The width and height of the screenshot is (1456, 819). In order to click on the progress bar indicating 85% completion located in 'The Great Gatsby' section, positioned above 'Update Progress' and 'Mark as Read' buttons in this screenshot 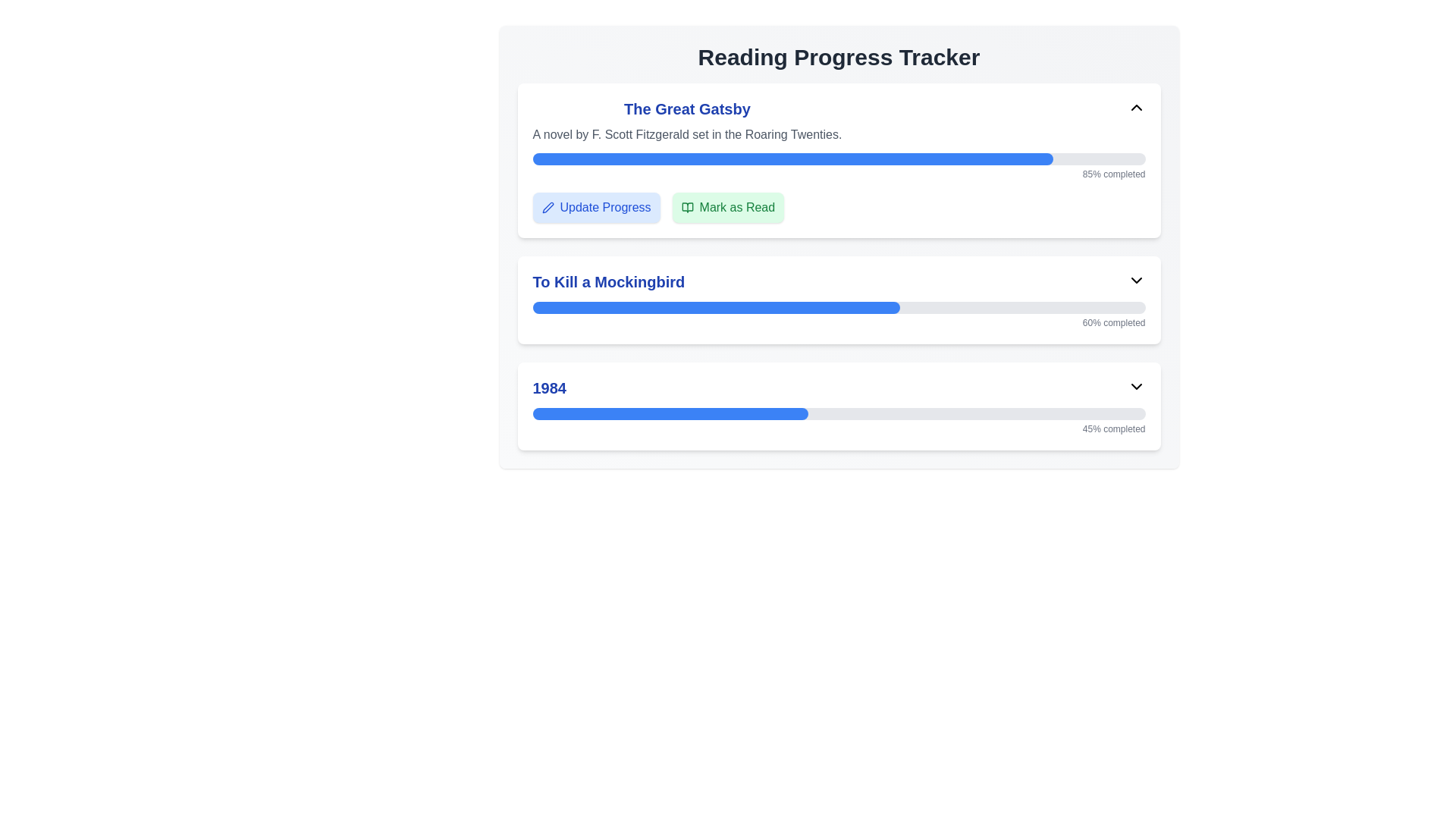, I will do `click(838, 158)`.